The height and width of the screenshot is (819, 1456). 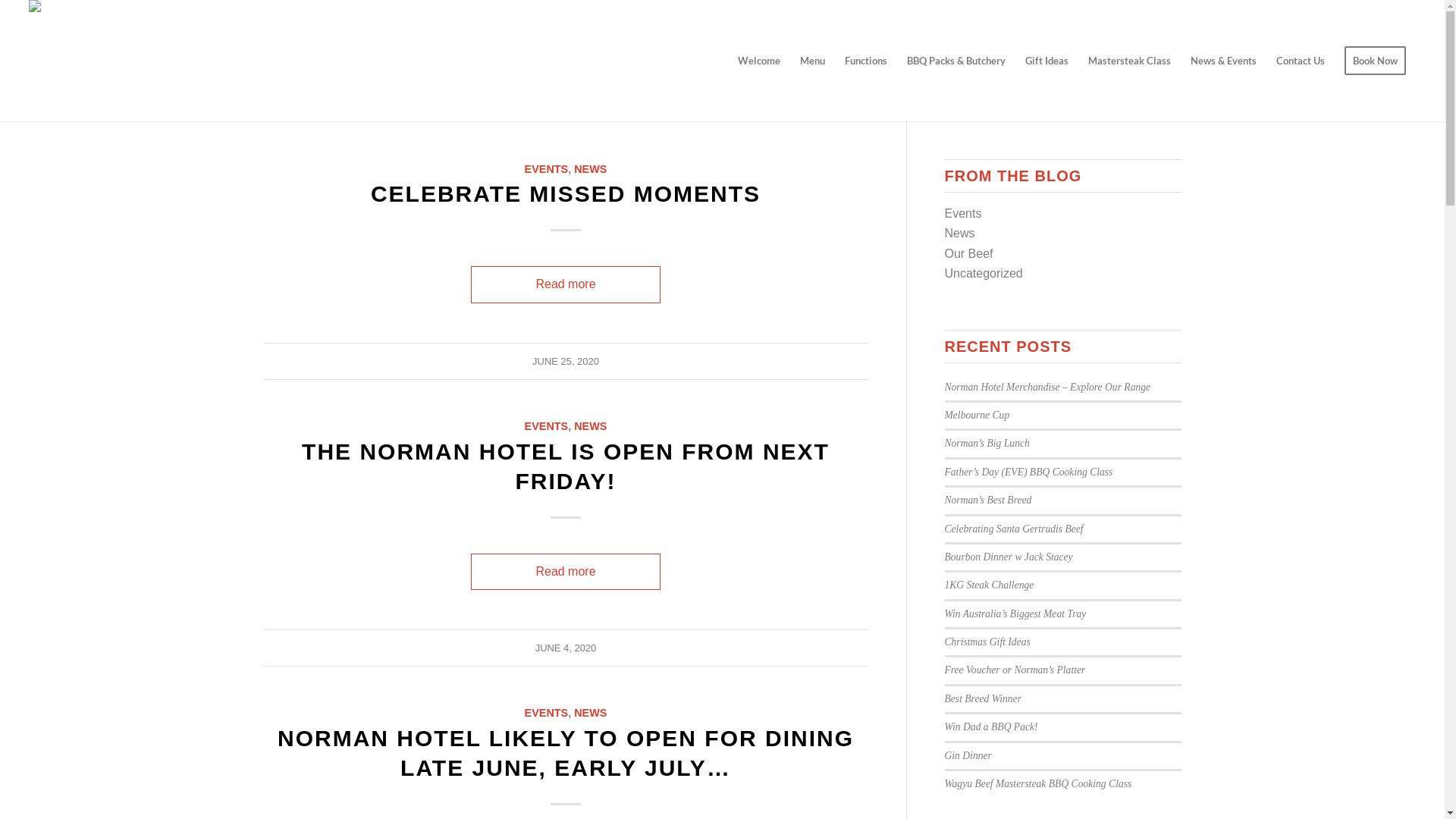 I want to click on 'CELEBRATE MISSED MOMENTS', so click(x=564, y=193).